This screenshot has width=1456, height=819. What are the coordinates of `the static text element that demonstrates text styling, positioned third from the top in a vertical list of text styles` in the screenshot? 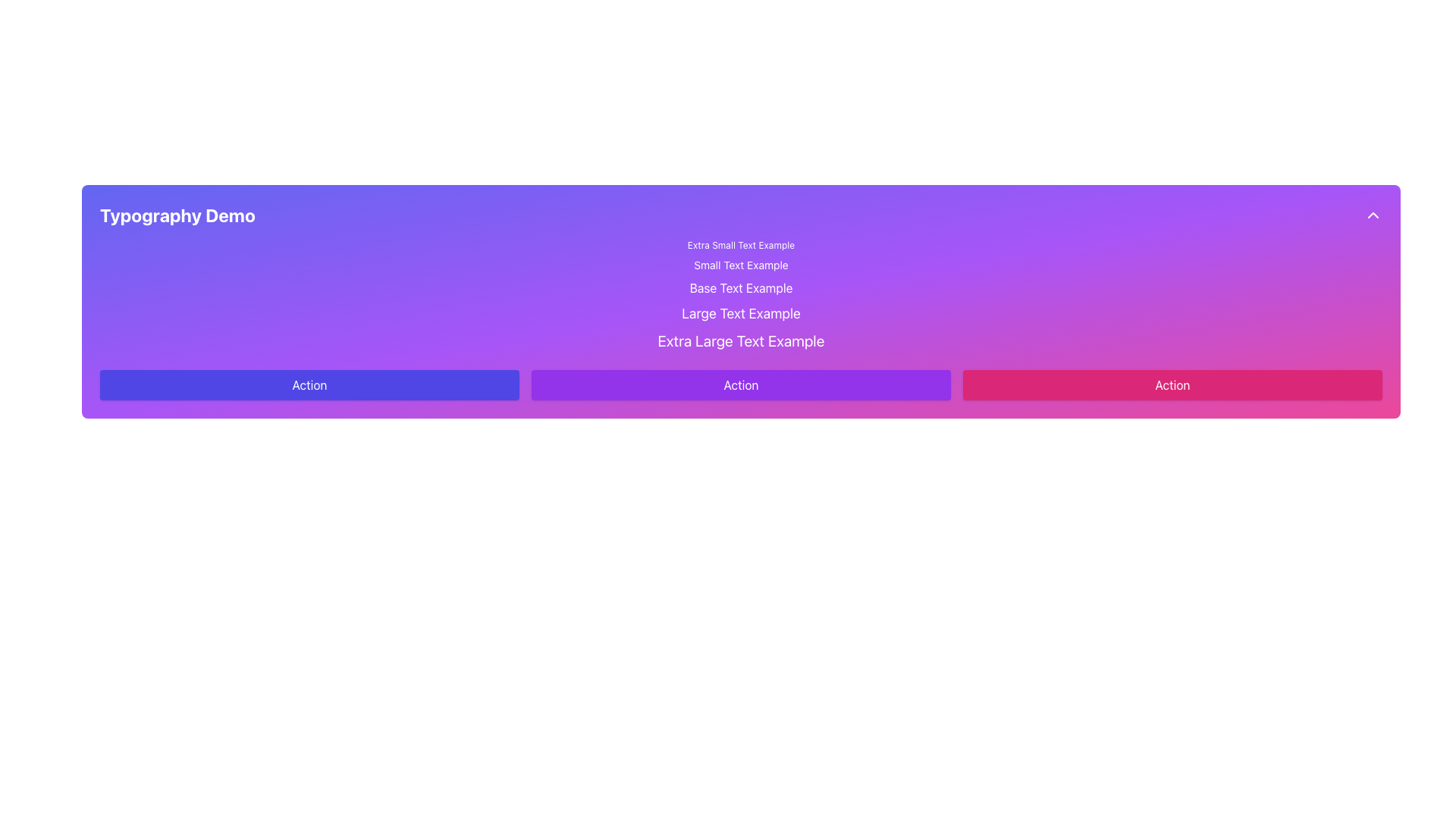 It's located at (741, 288).